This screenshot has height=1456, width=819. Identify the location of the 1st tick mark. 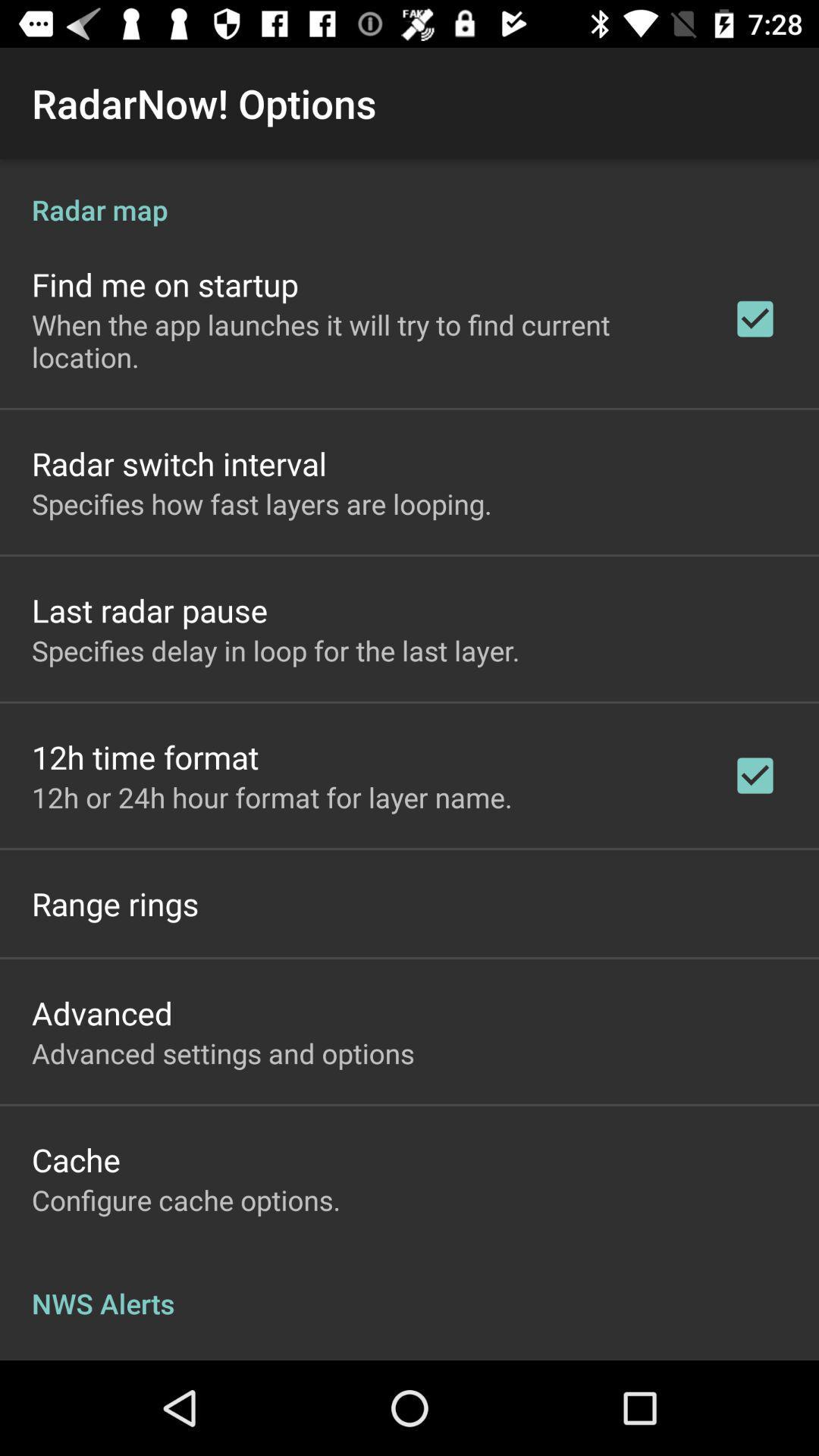
(755, 318).